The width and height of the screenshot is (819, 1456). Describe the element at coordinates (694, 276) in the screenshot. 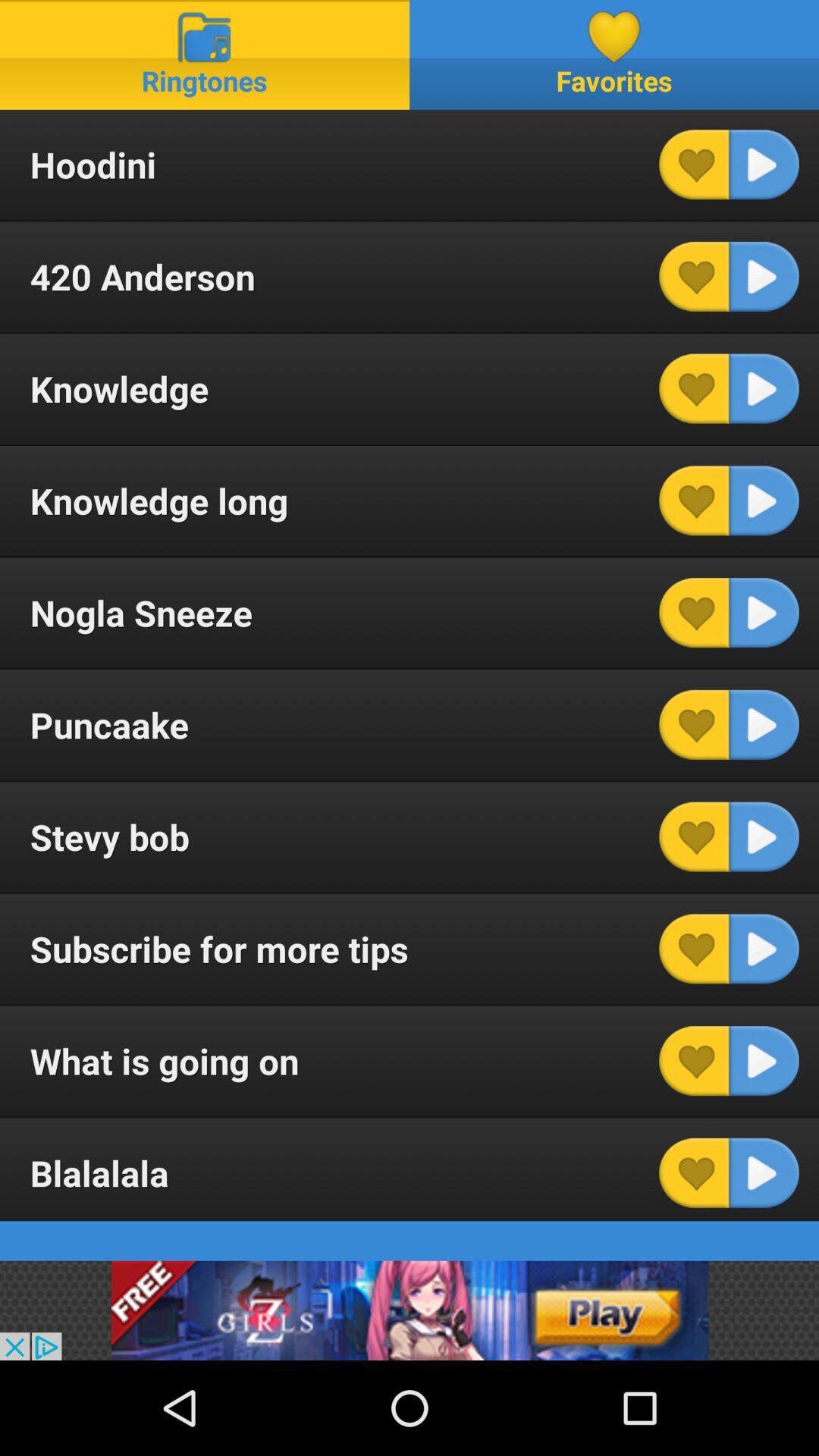

I see `love this` at that location.